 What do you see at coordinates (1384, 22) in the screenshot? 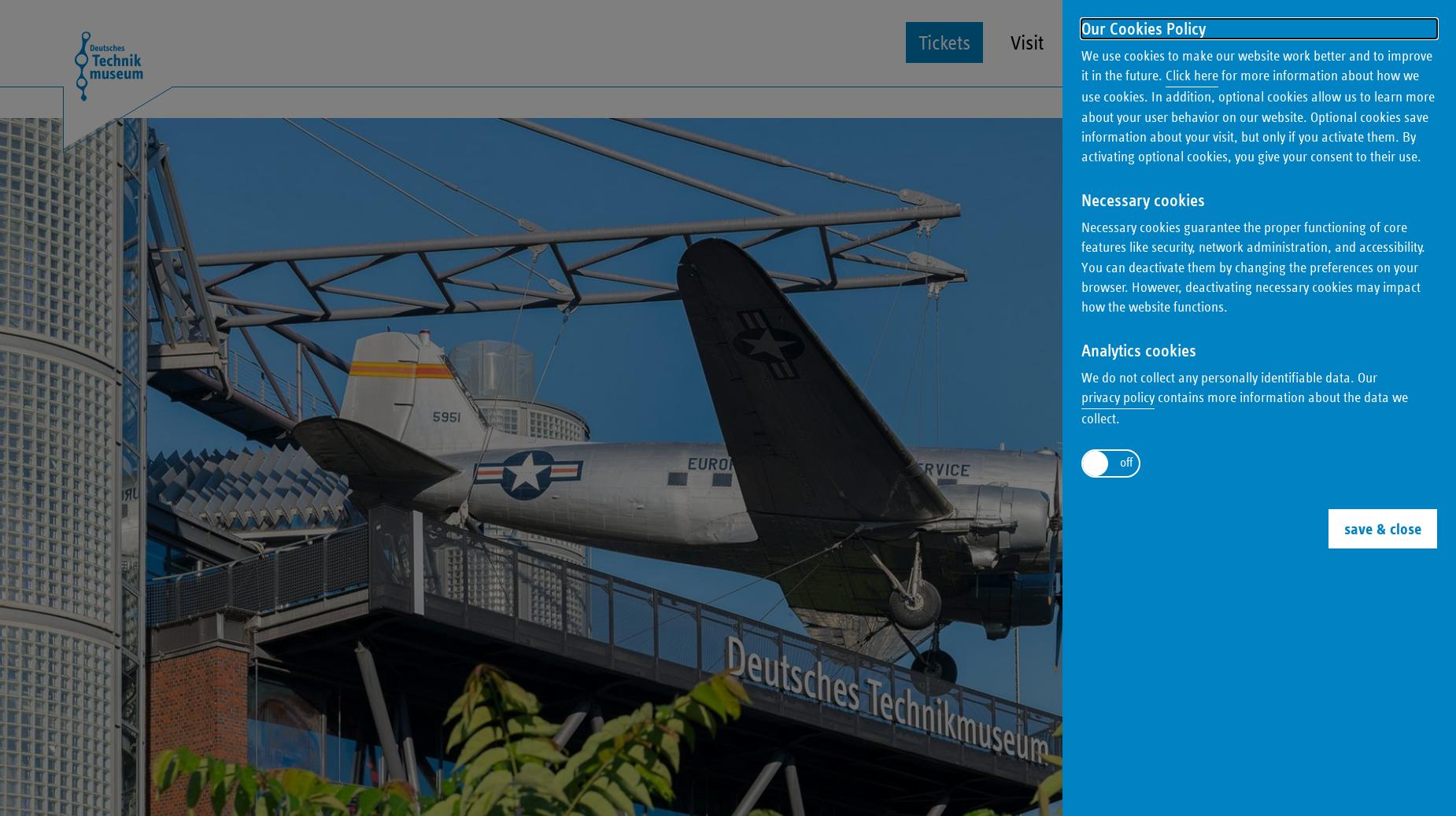
I see `'EN'` at bounding box center [1384, 22].